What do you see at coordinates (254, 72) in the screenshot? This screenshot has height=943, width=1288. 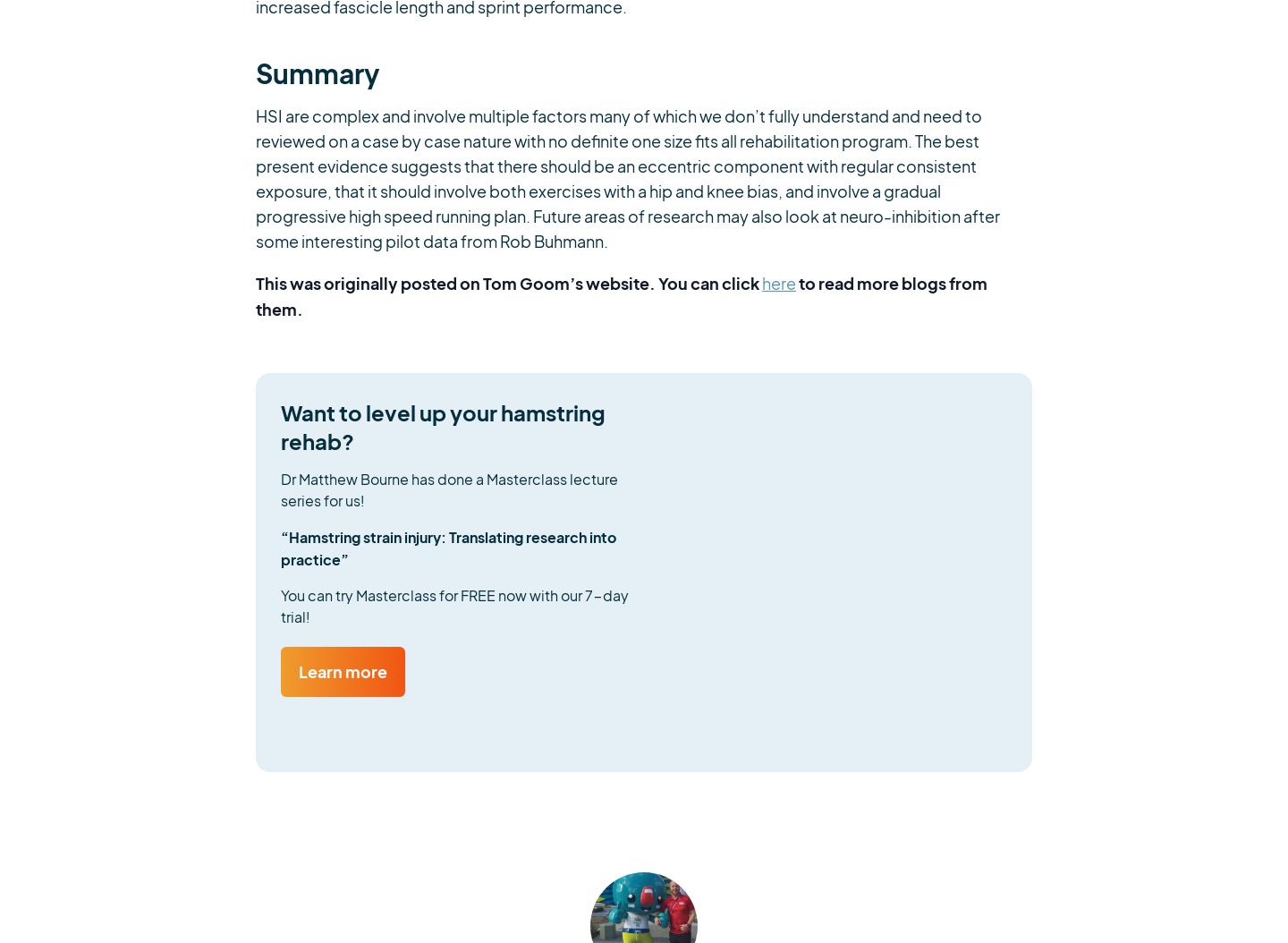 I see `'Summary'` at bounding box center [254, 72].